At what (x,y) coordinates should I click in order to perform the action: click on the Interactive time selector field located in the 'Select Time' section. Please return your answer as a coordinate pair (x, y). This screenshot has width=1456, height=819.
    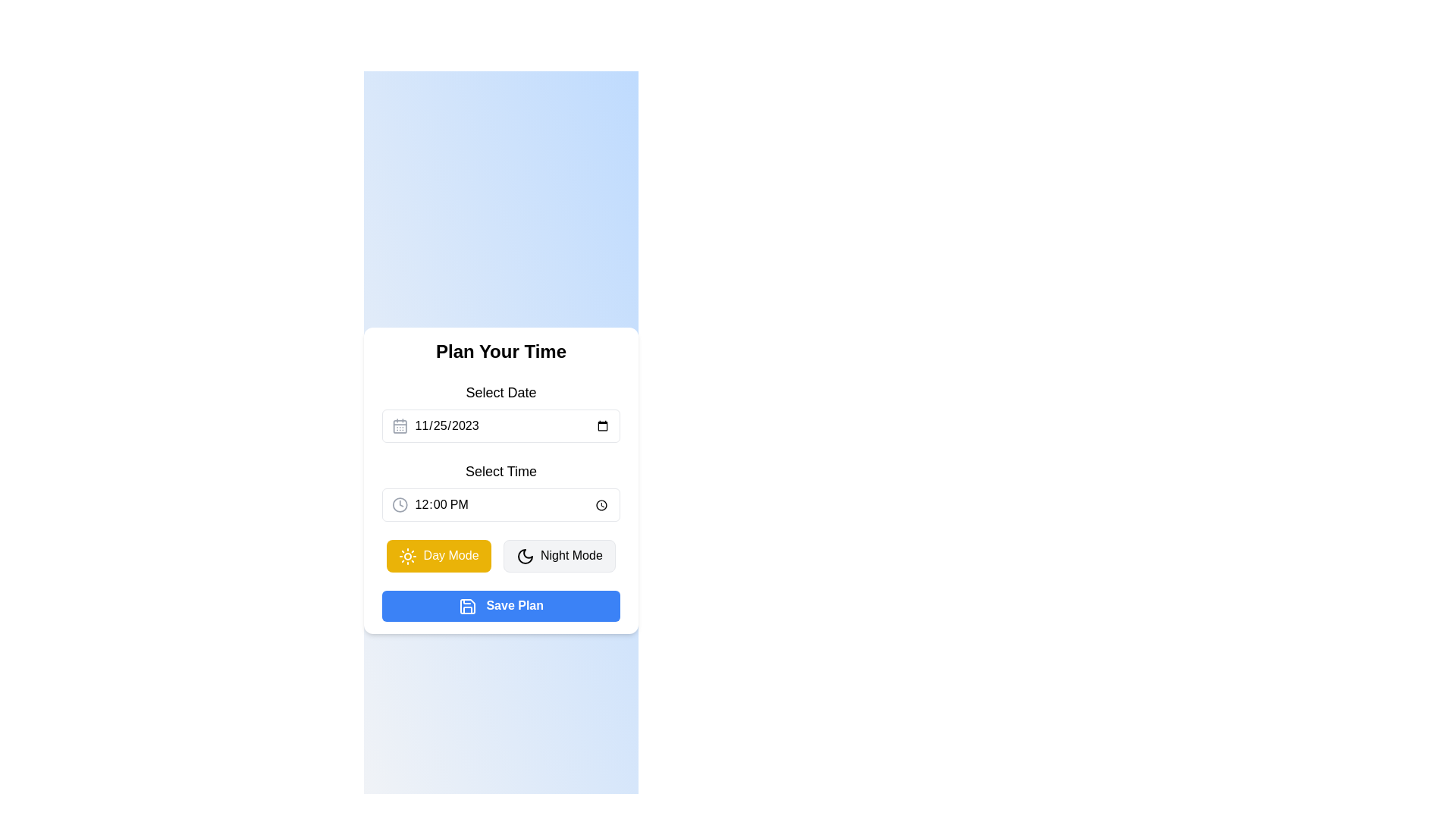
    Looking at the image, I should click on (501, 505).